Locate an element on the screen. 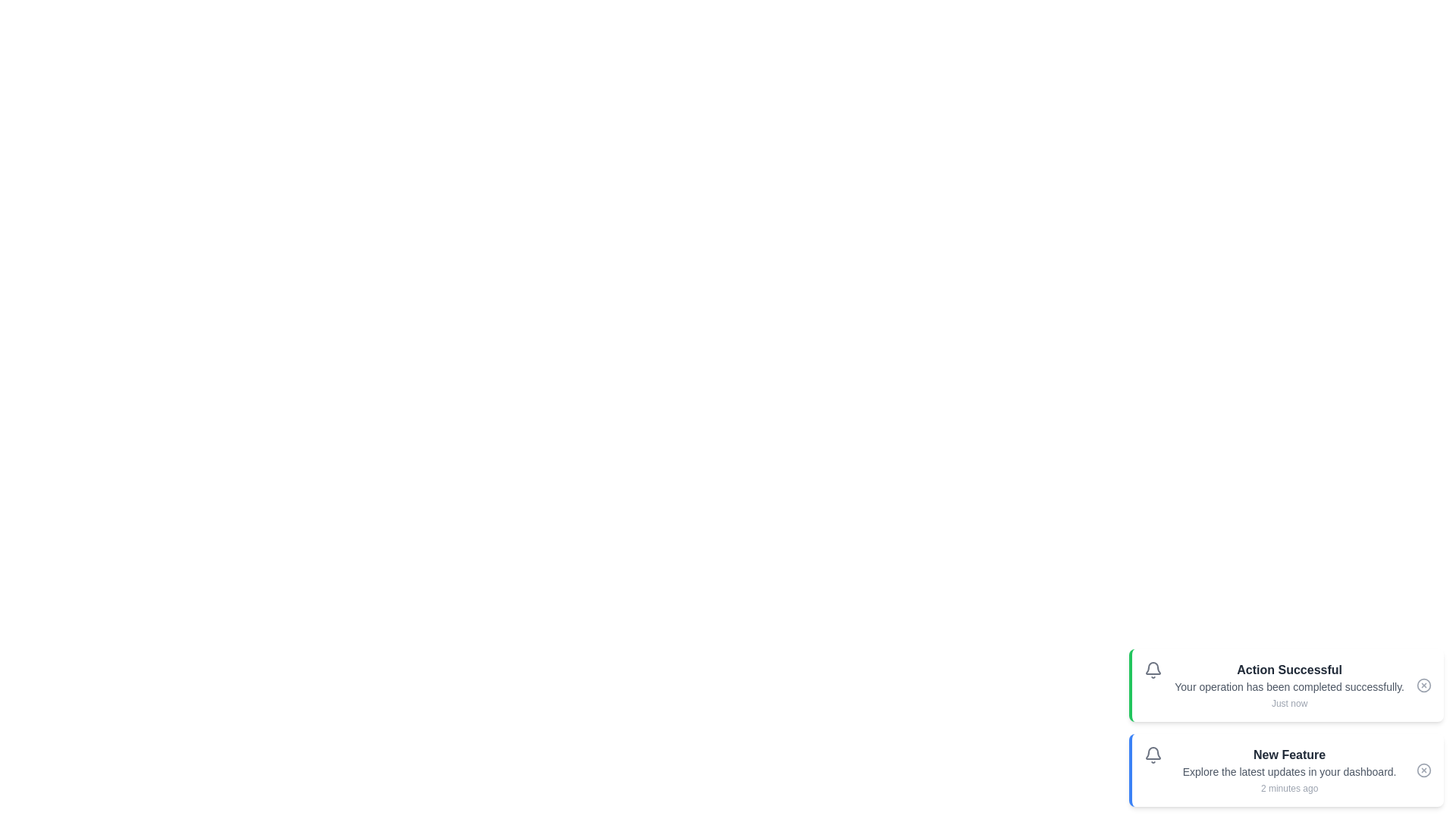 The image size is (1456, 819). message in the Textual Notification Block titled 'New Feature', which includes the description and timestamp below it is located at coordinates (1288, 770).